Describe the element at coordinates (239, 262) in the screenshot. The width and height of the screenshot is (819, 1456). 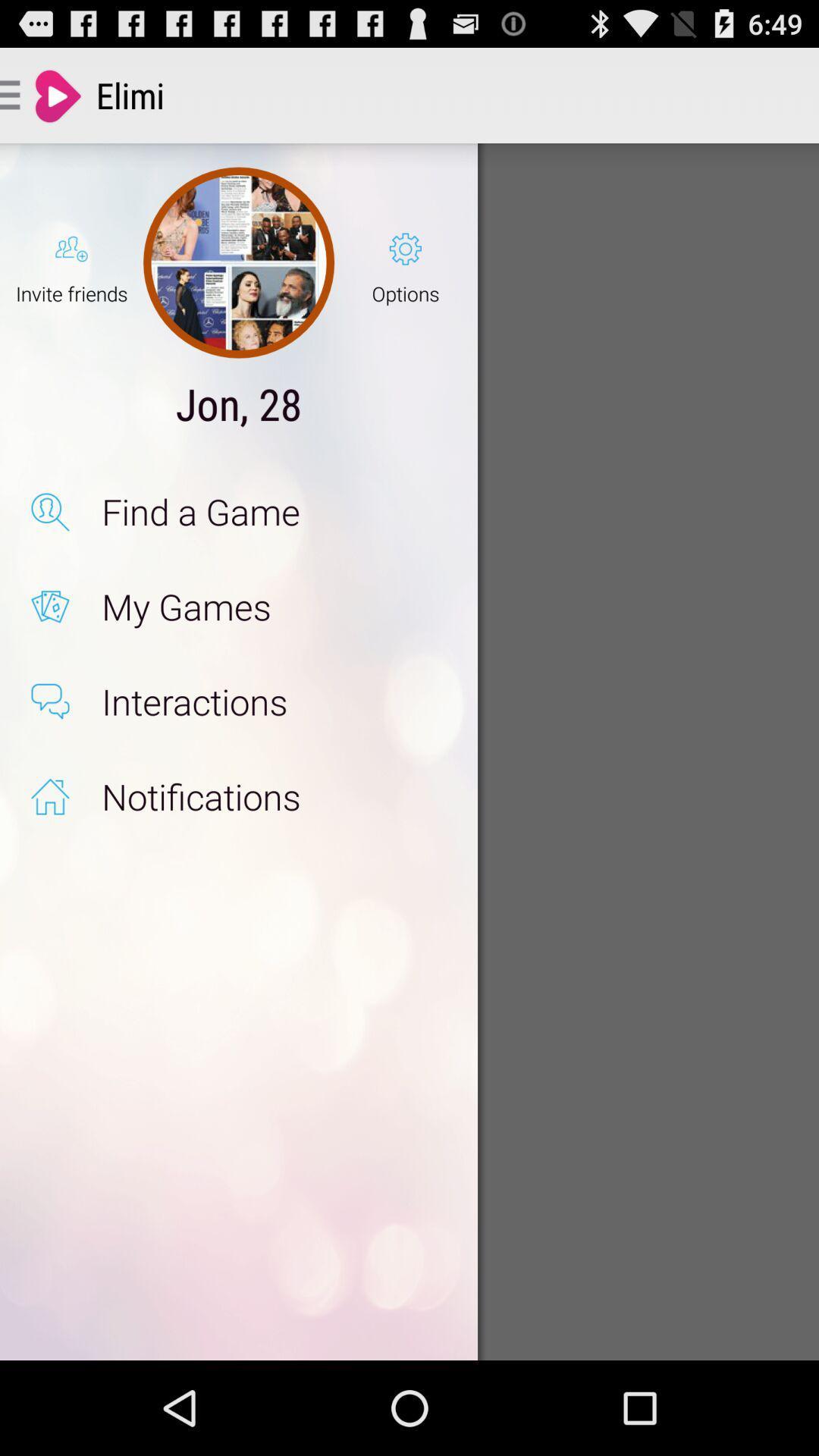
I see `the item above the jon, 28 icon` at that location.